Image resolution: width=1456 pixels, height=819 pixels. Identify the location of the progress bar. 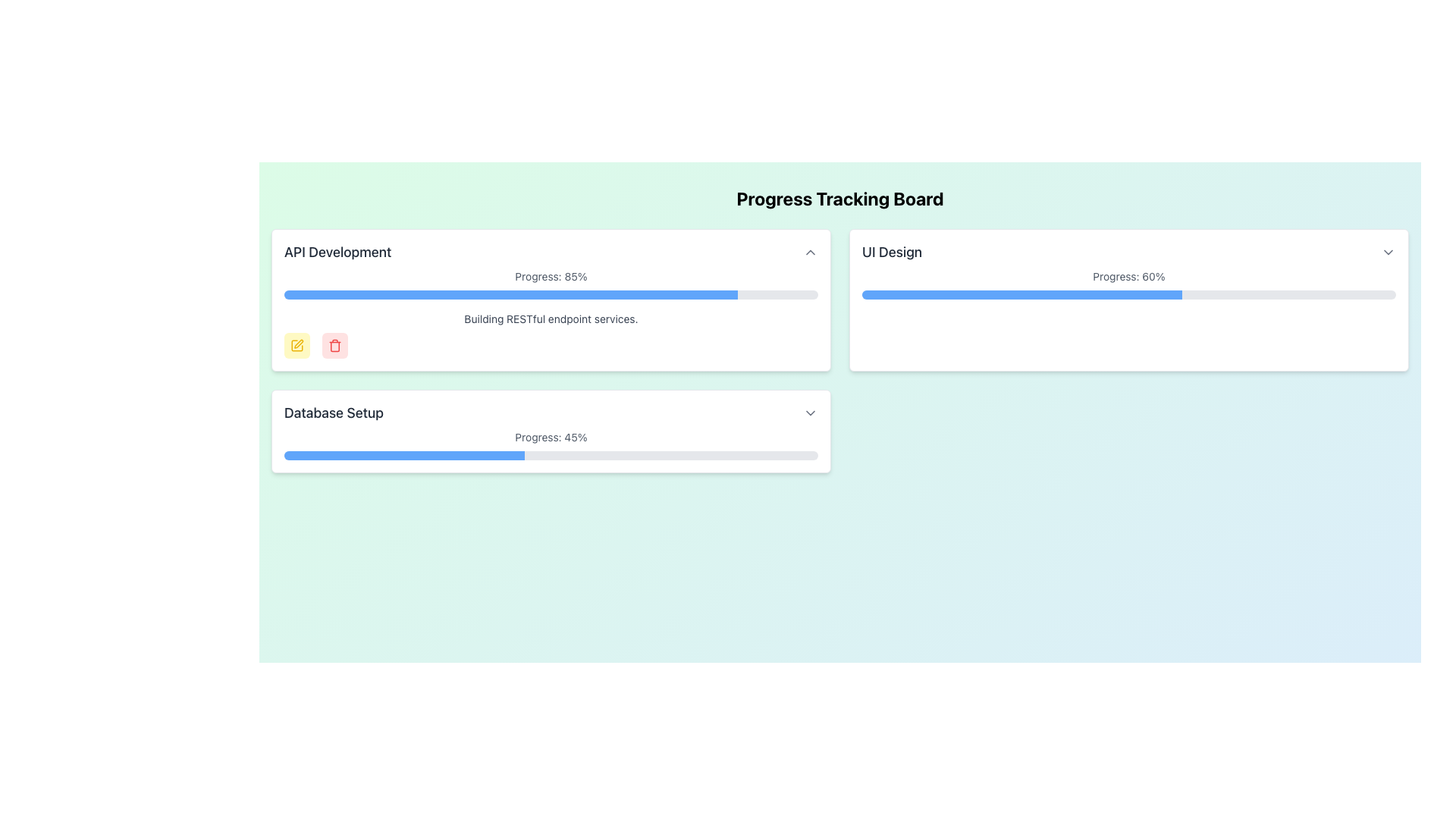
(470, 455).